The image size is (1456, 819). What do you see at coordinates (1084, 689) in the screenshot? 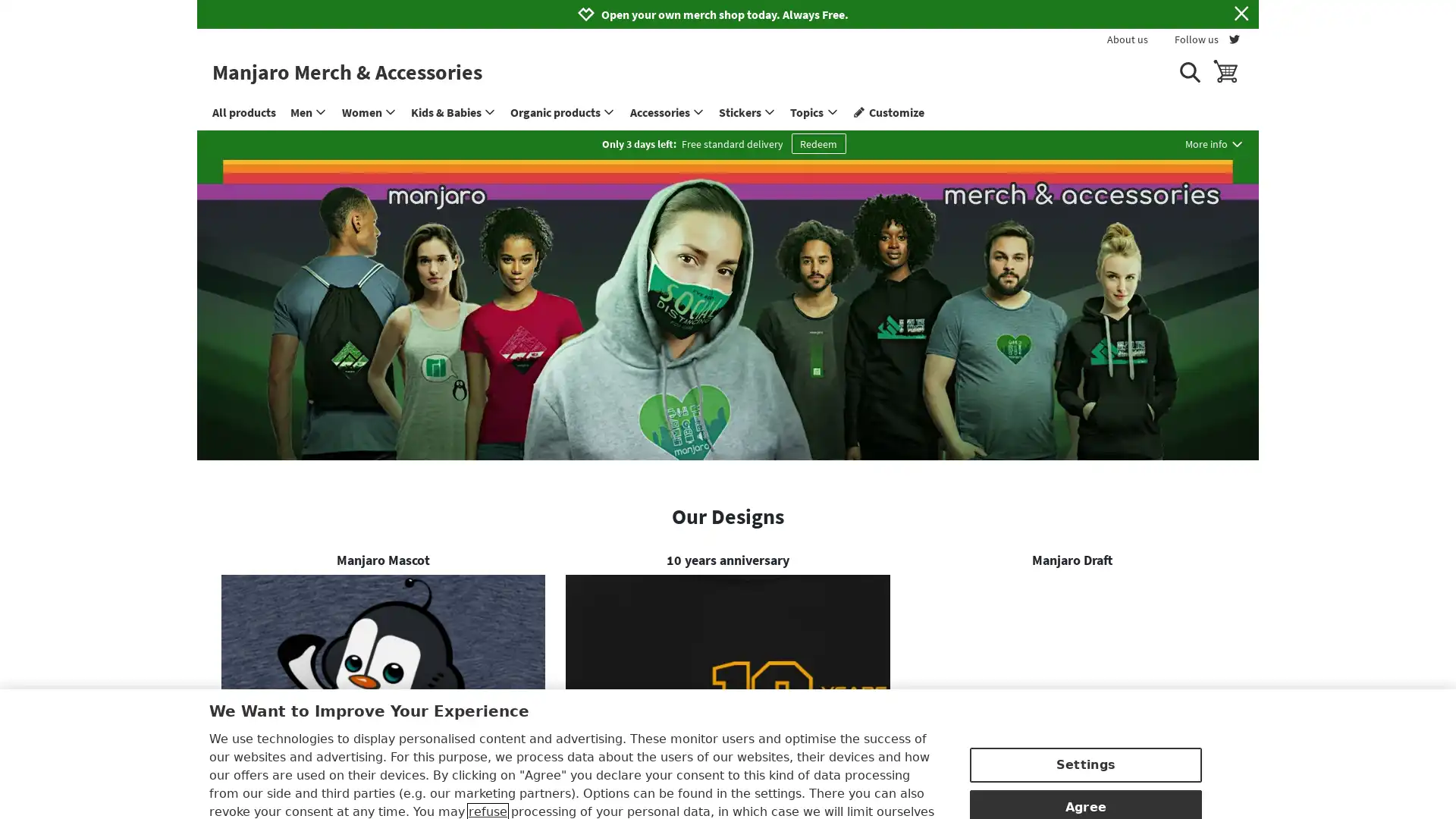
I see `Settings` at bounding box center [1084, 689].